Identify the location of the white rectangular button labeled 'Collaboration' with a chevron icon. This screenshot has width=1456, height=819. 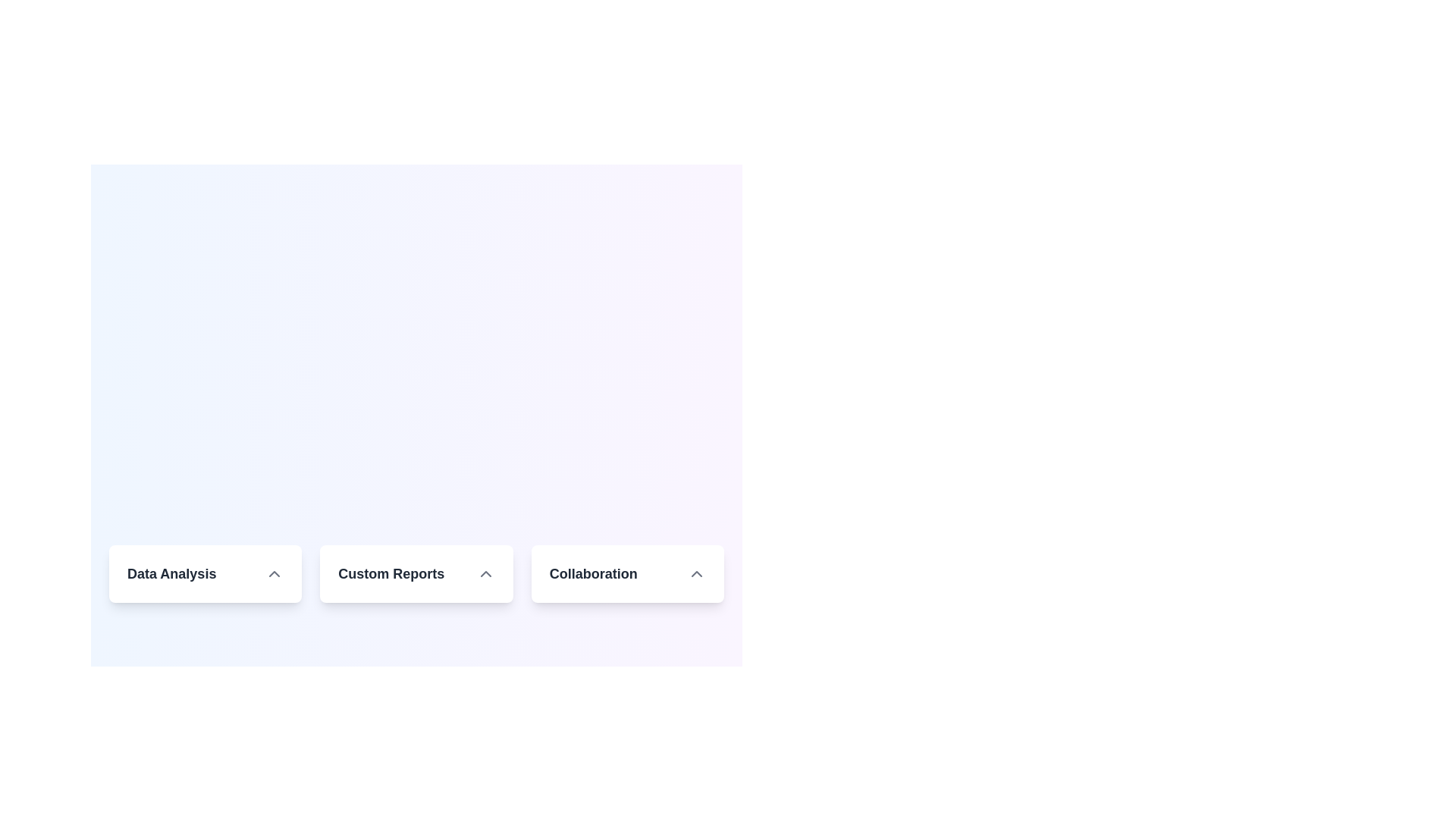
(627, 573).